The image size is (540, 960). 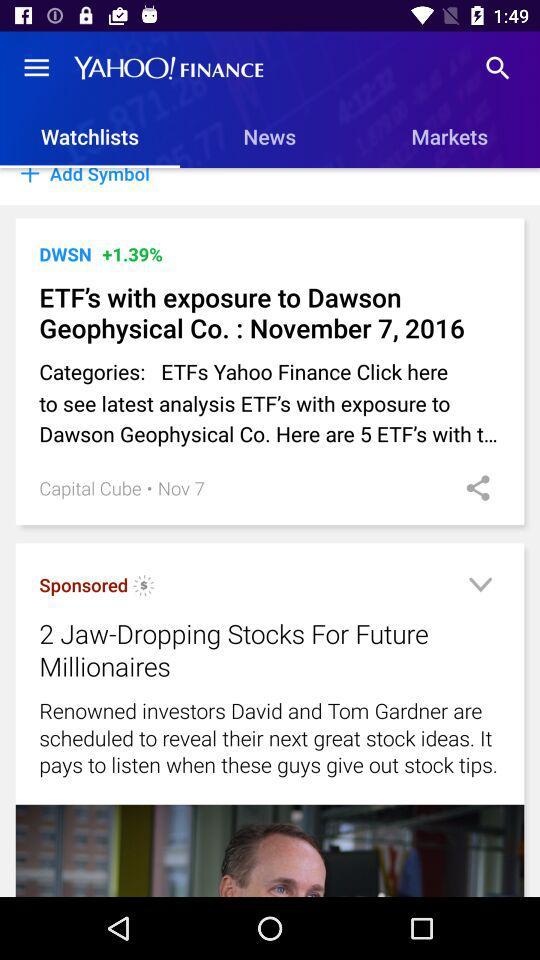 What do you see at coordinates (65, 253) in the screenshot?
I see `dwsn` at bounding box center [65, 253].